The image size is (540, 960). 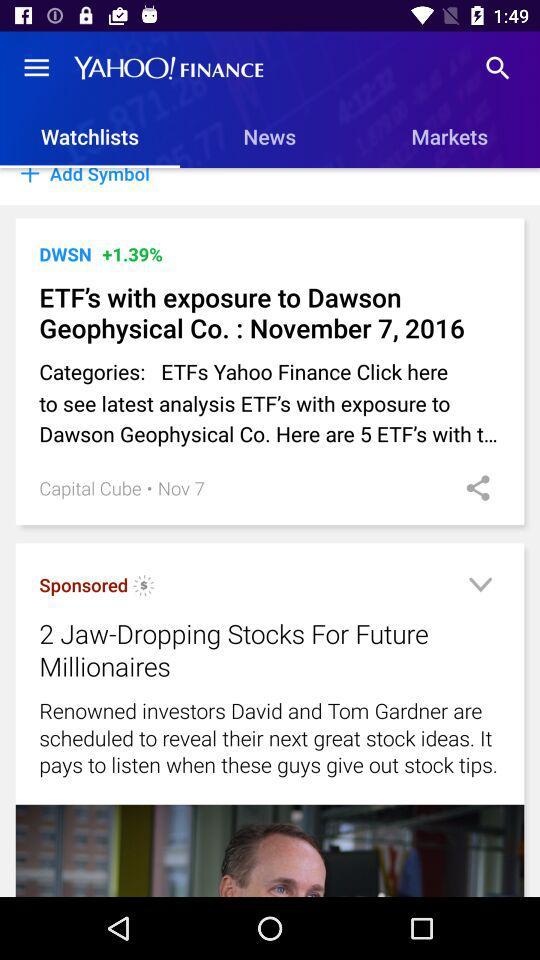 What do you see at coordinates (65, 253) in the screenshot?
I see `dwsn` at bounding box center [65, 253].